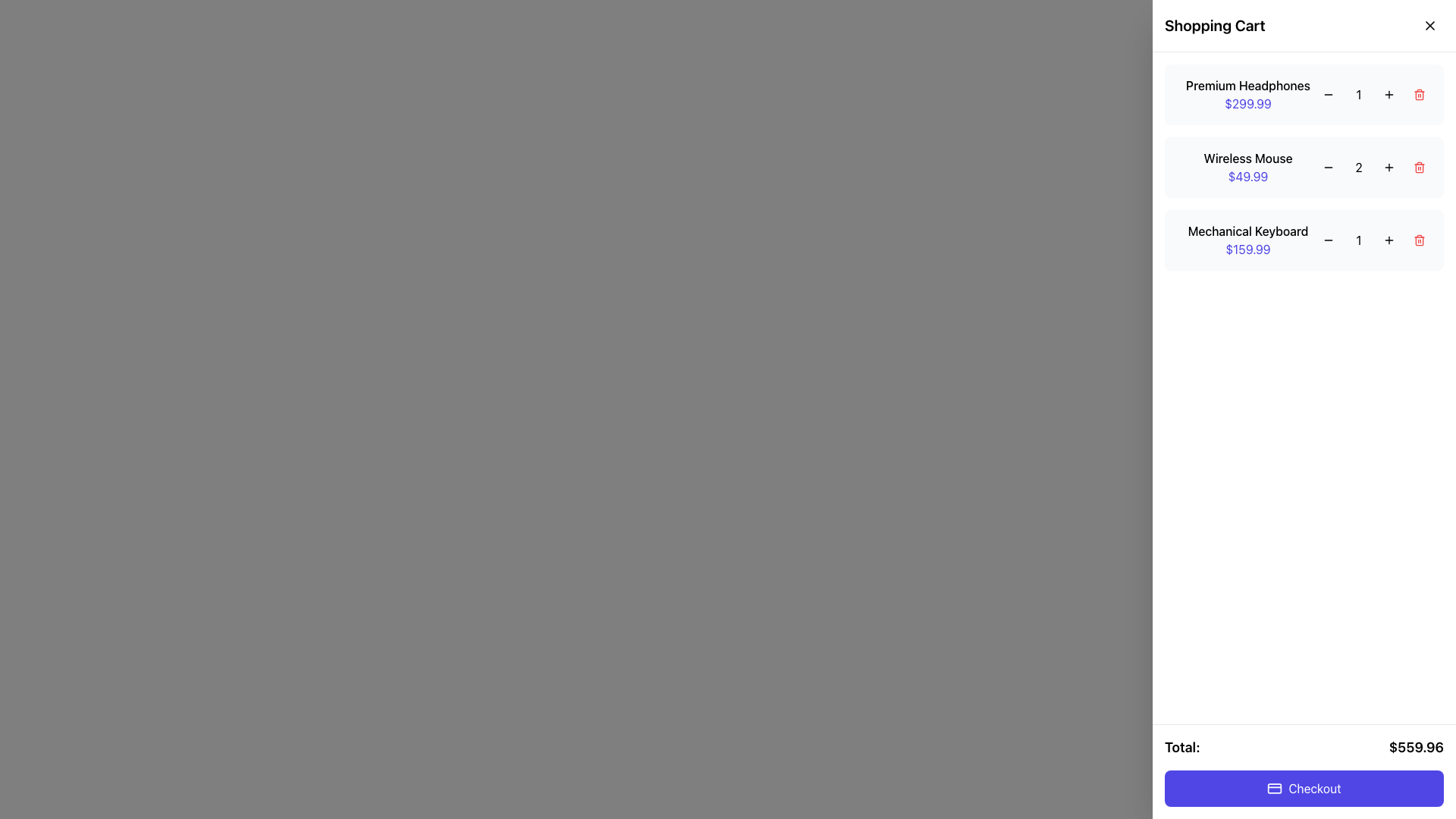 This screenshot has height=819, width=1456. Describe the element at coordinates (1248, 85) in the screenshot. I see `the bold text label reading 'Premium Headphones' located at the top of the product listing in the shopping cart interface` at that location.